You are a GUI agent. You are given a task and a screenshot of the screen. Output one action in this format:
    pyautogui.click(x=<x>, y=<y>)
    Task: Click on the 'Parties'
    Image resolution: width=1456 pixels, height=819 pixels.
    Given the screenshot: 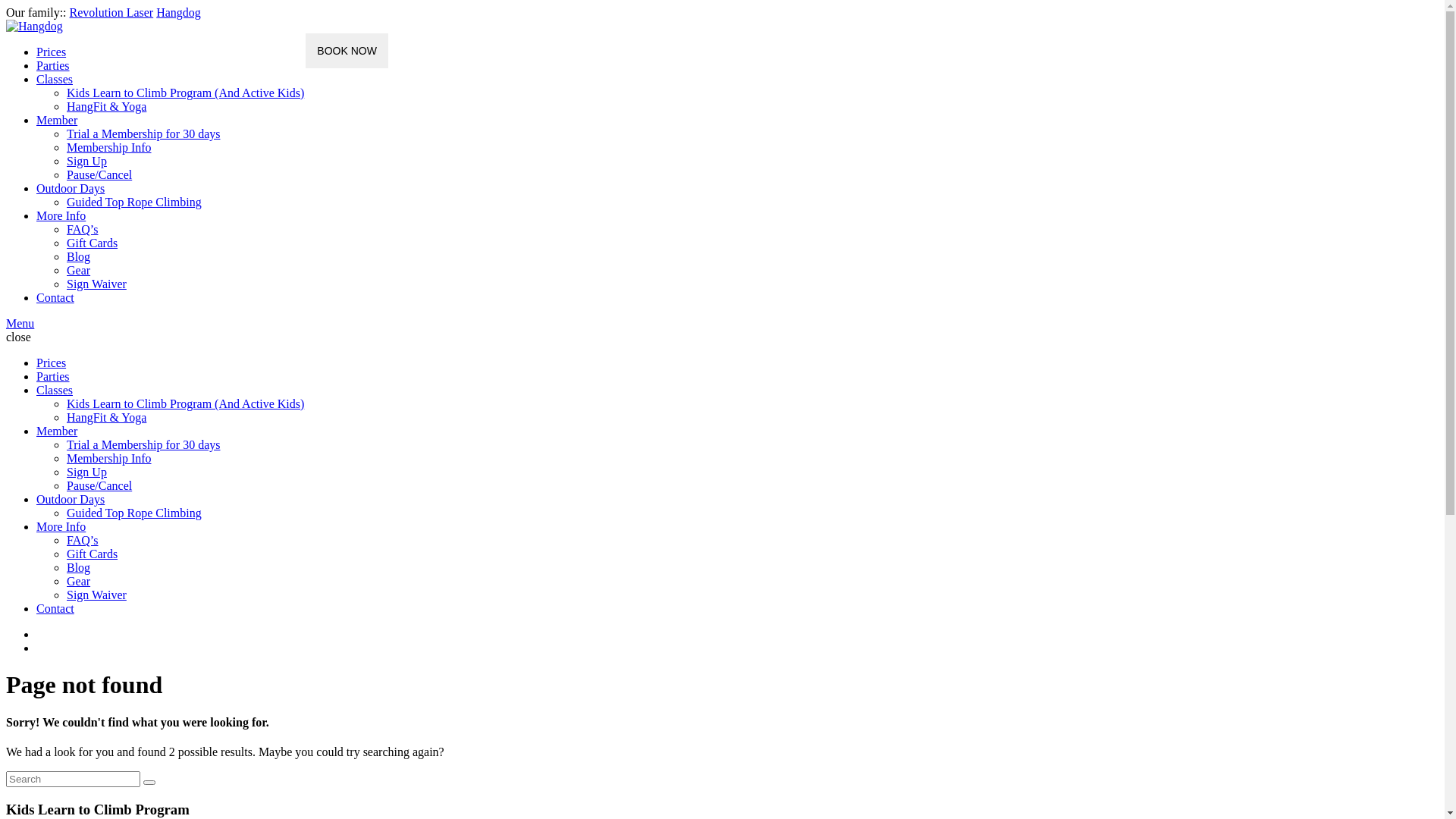 What is the action you would take?
    pyautogui.click(x=53, y=64)
    